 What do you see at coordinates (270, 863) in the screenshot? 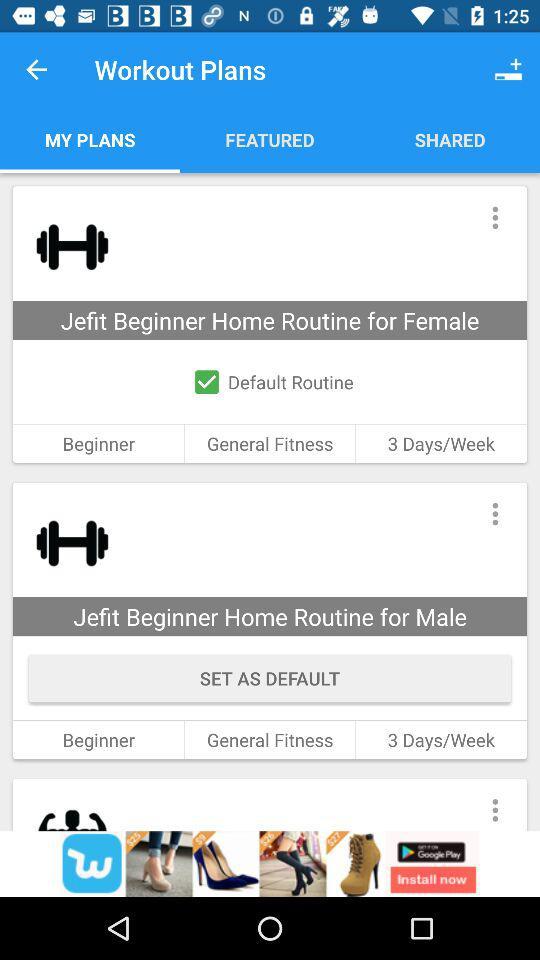
I see `a` at bounding box center [270, 863].